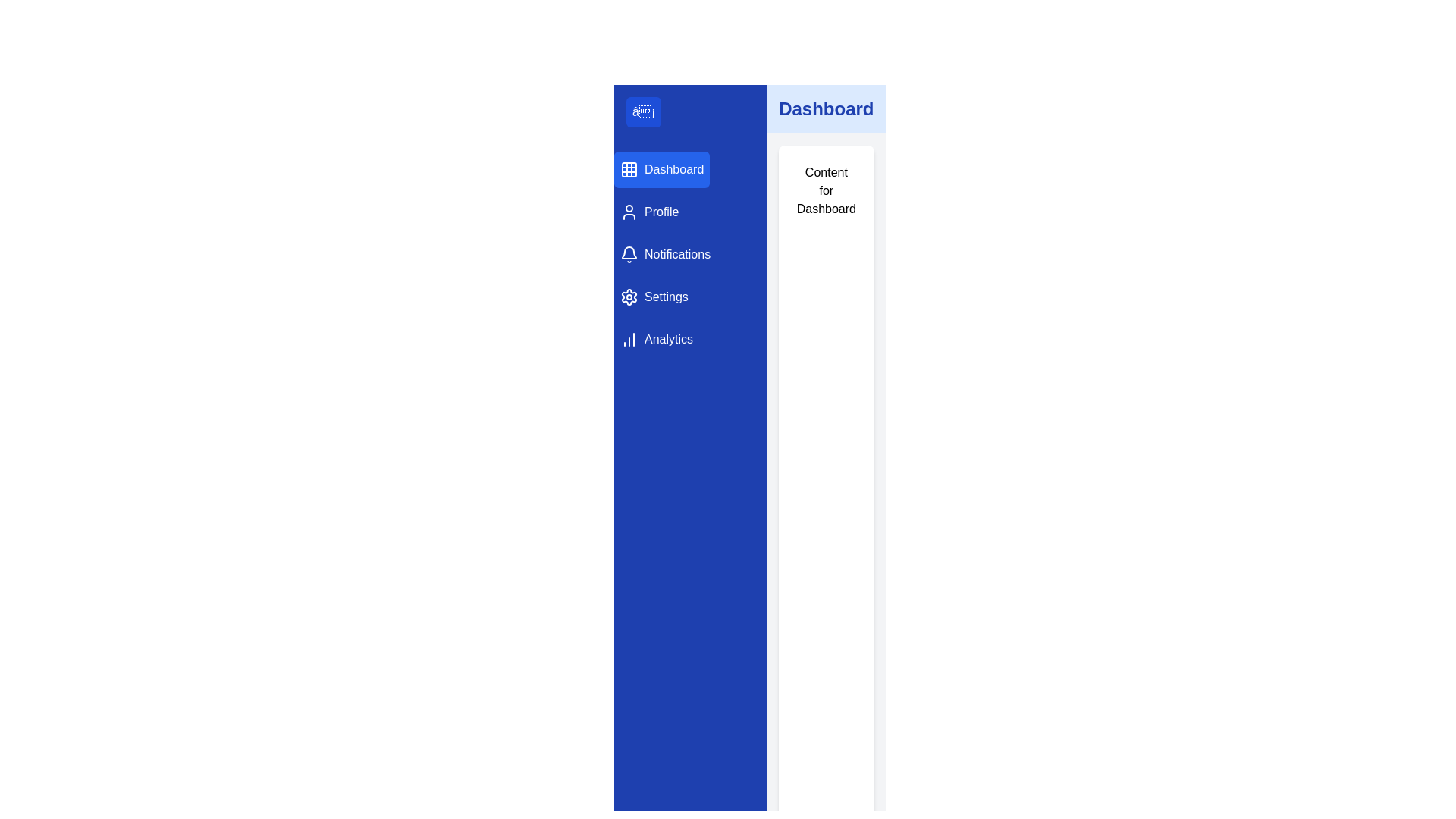 This screenshot has height=819, width=1456. I want to click on the Profile navigation button, which is the second item in the vertical menu located below the Dashboard and above Notifications, so click(649, 212).